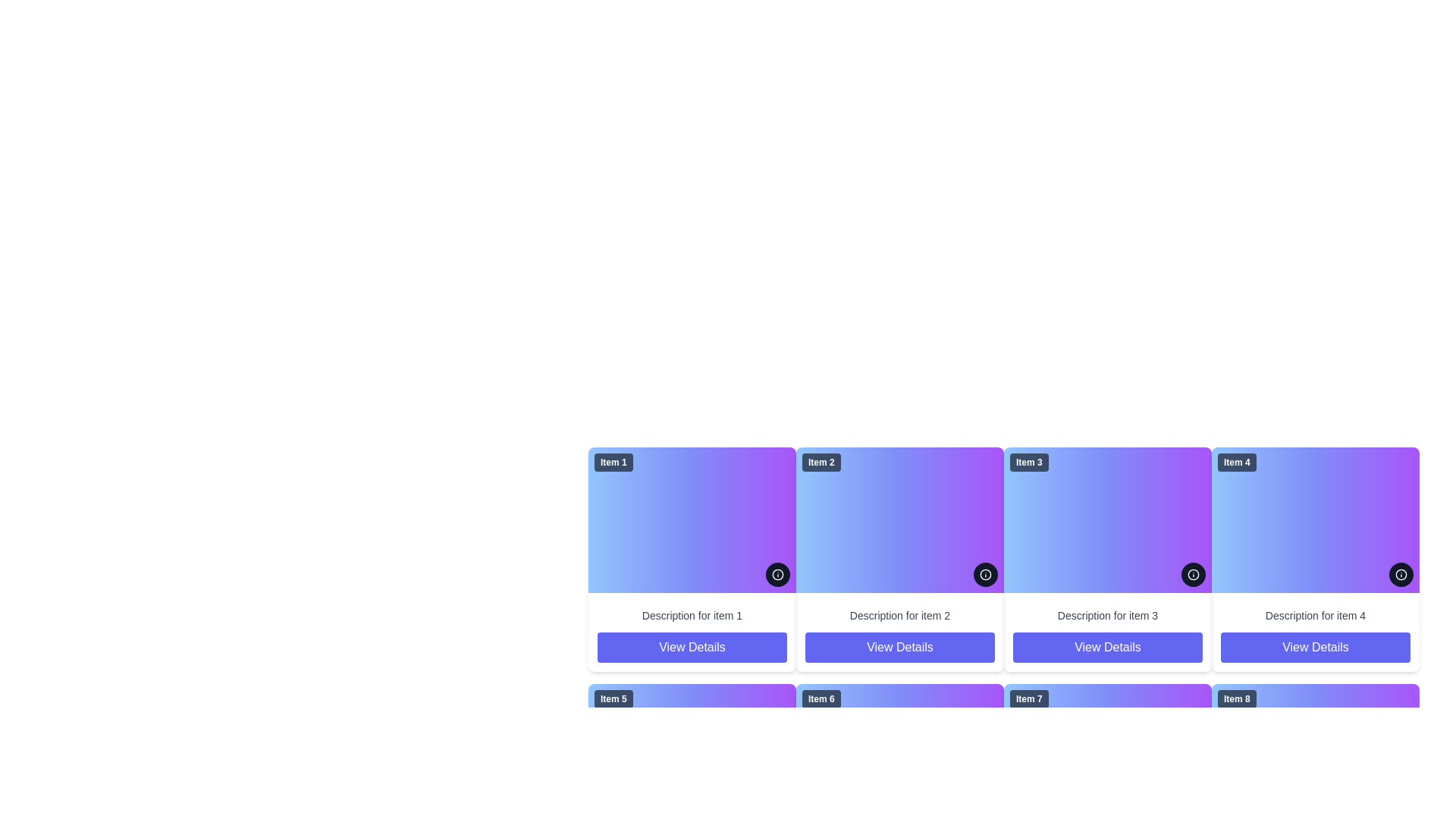 This screenshot has width=1456, height=819. I want to click on the text label that describes the fourth item, which is positioned above the purple 'View Details' button in the card, so click(1314, 616).